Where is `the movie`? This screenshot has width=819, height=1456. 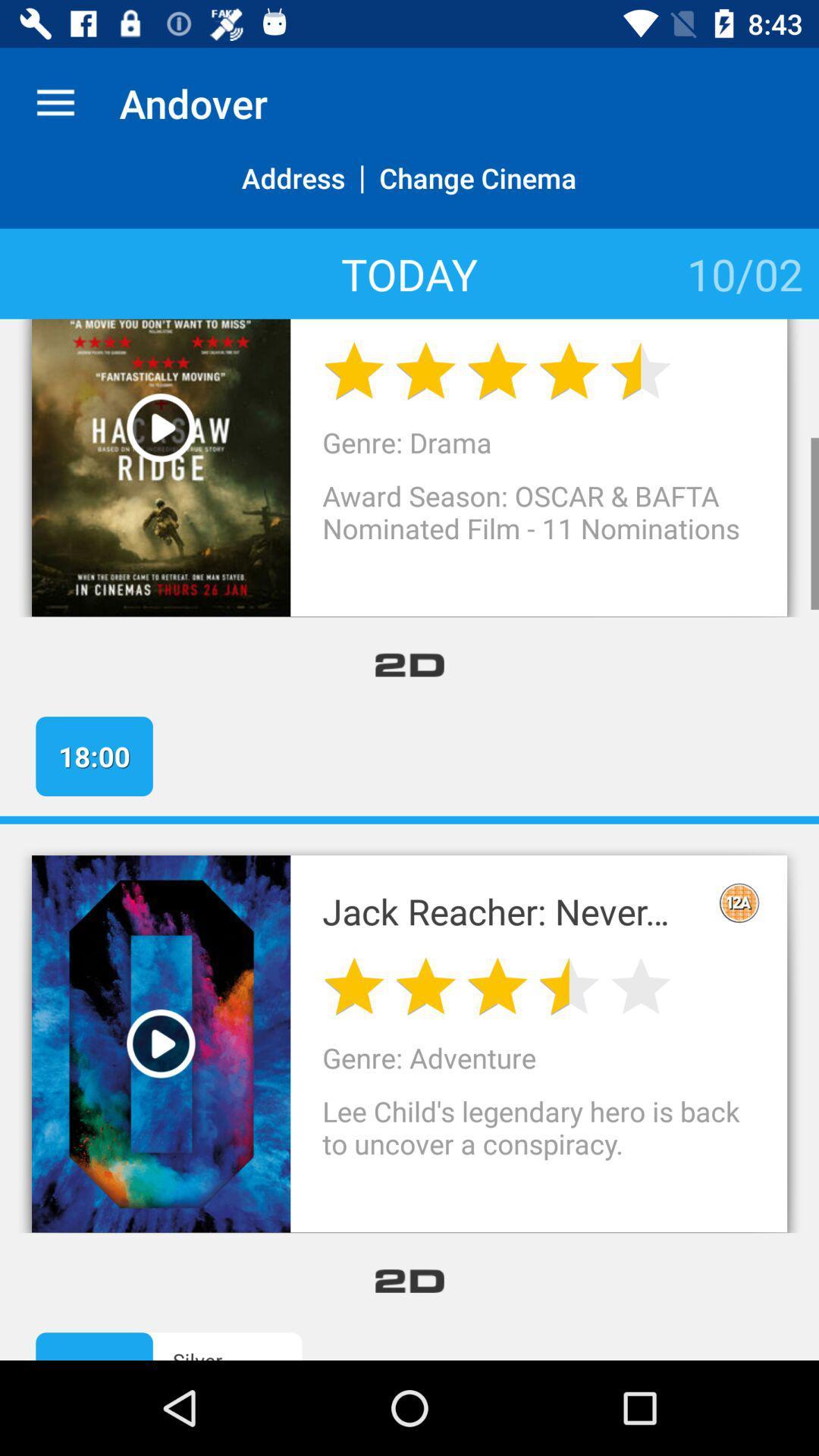
the movie is located at coordinates (161, 427).